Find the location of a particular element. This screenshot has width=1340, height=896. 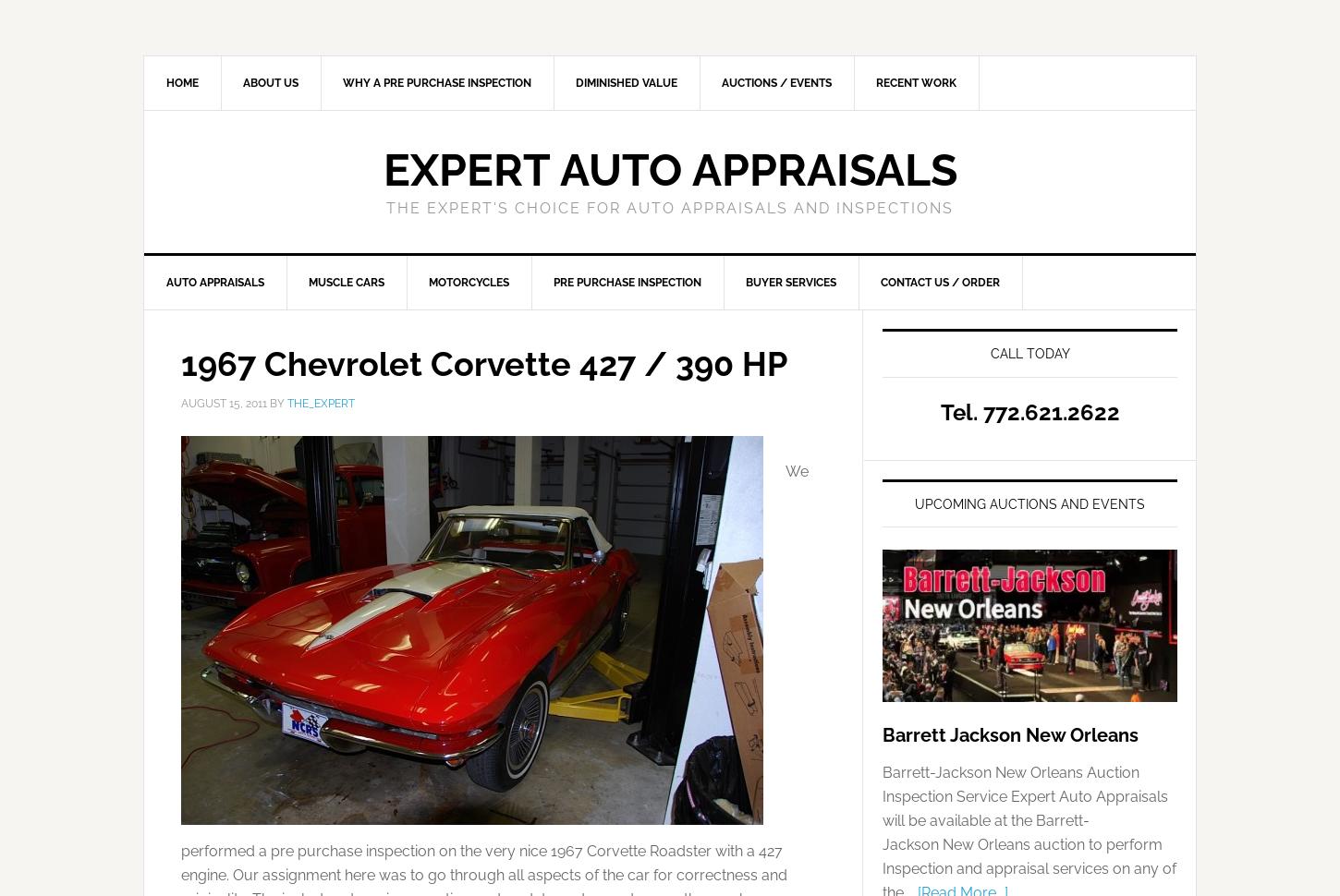

'Auctions / Events' is located at coordinates (721, 82).